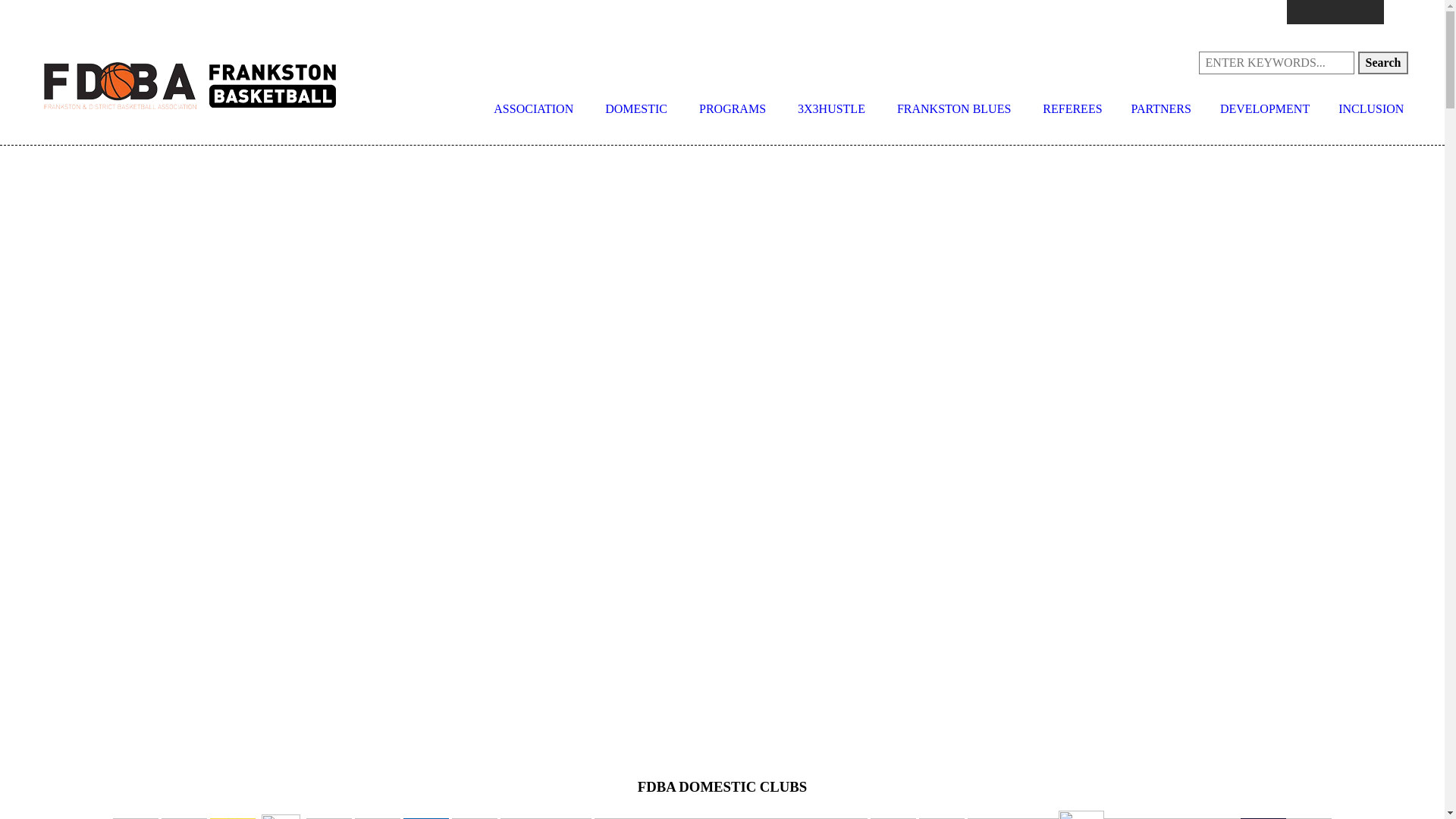 The width and height of the screenshot is (1456, 819). Describe the element at coordinates (384, 11) in the screenshot. I see `'competitions@fdba.com.au'` at that location.